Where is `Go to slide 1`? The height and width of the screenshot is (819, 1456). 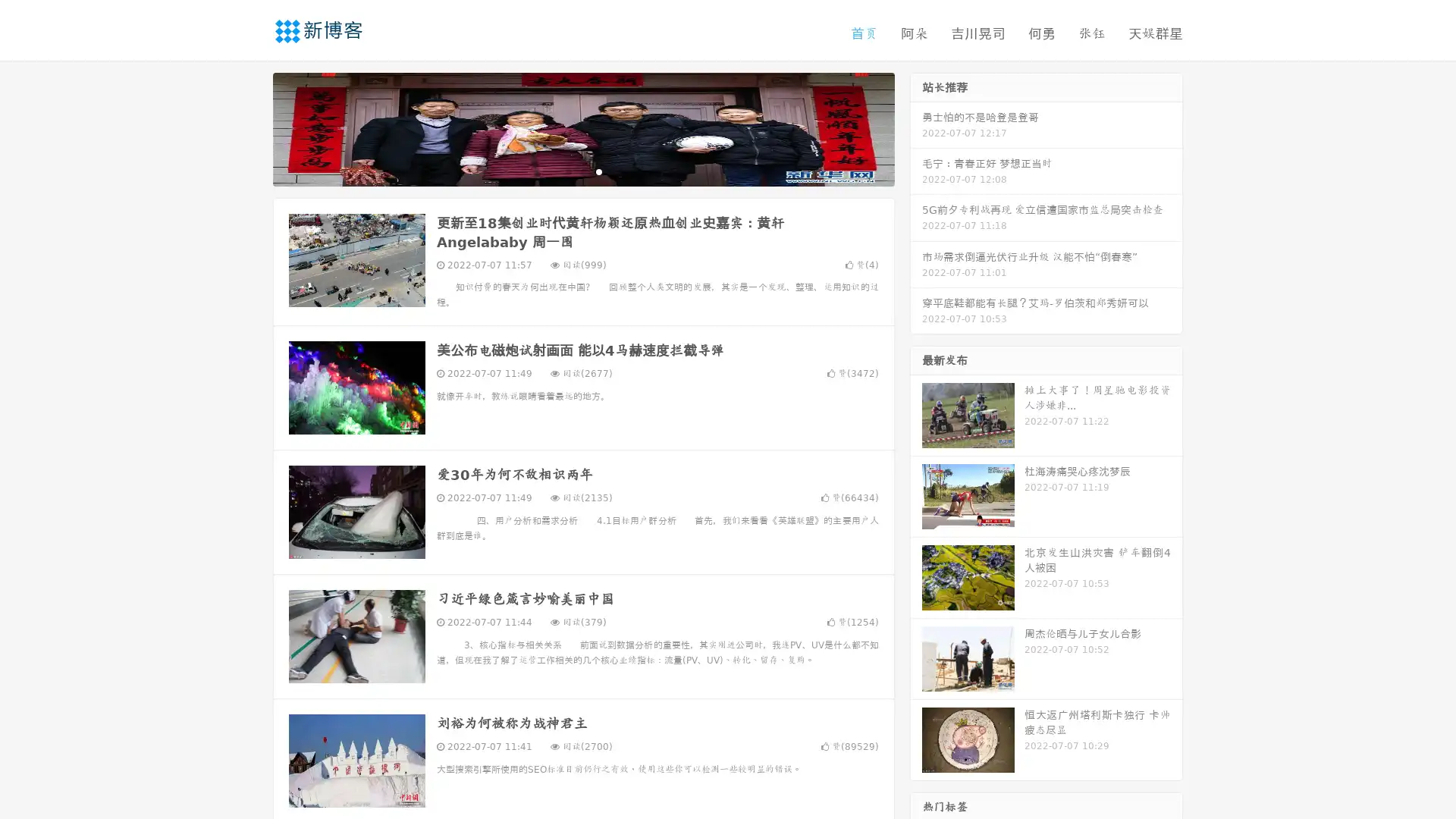
Go to slide 1 is located at coordinates (567, 171).